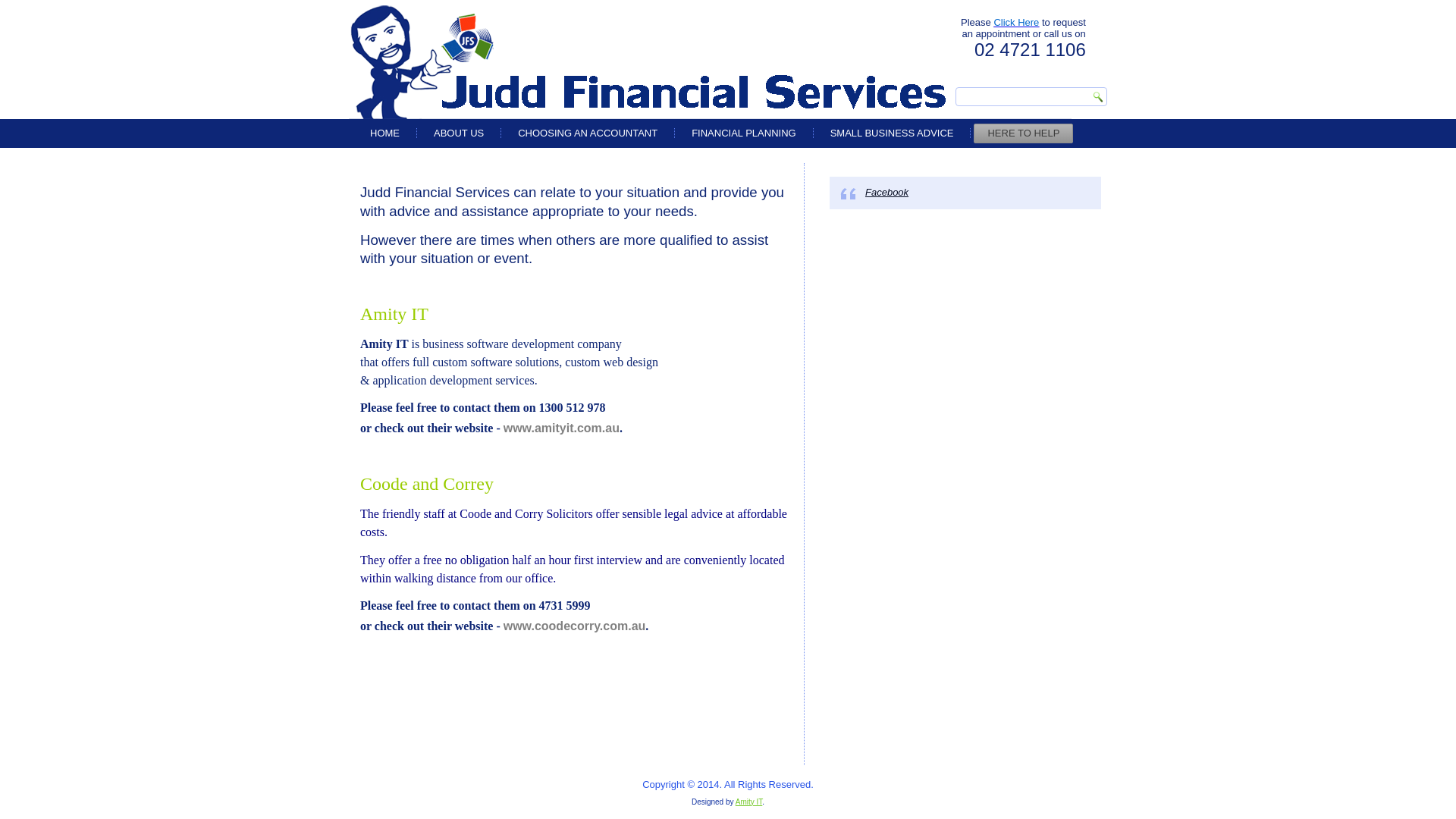 The width and height of the screenshot is (1456, 819). Describe the element at coordinates (1023, 133) in the screenshot. I see `'HERE TO HELP'` at that location.